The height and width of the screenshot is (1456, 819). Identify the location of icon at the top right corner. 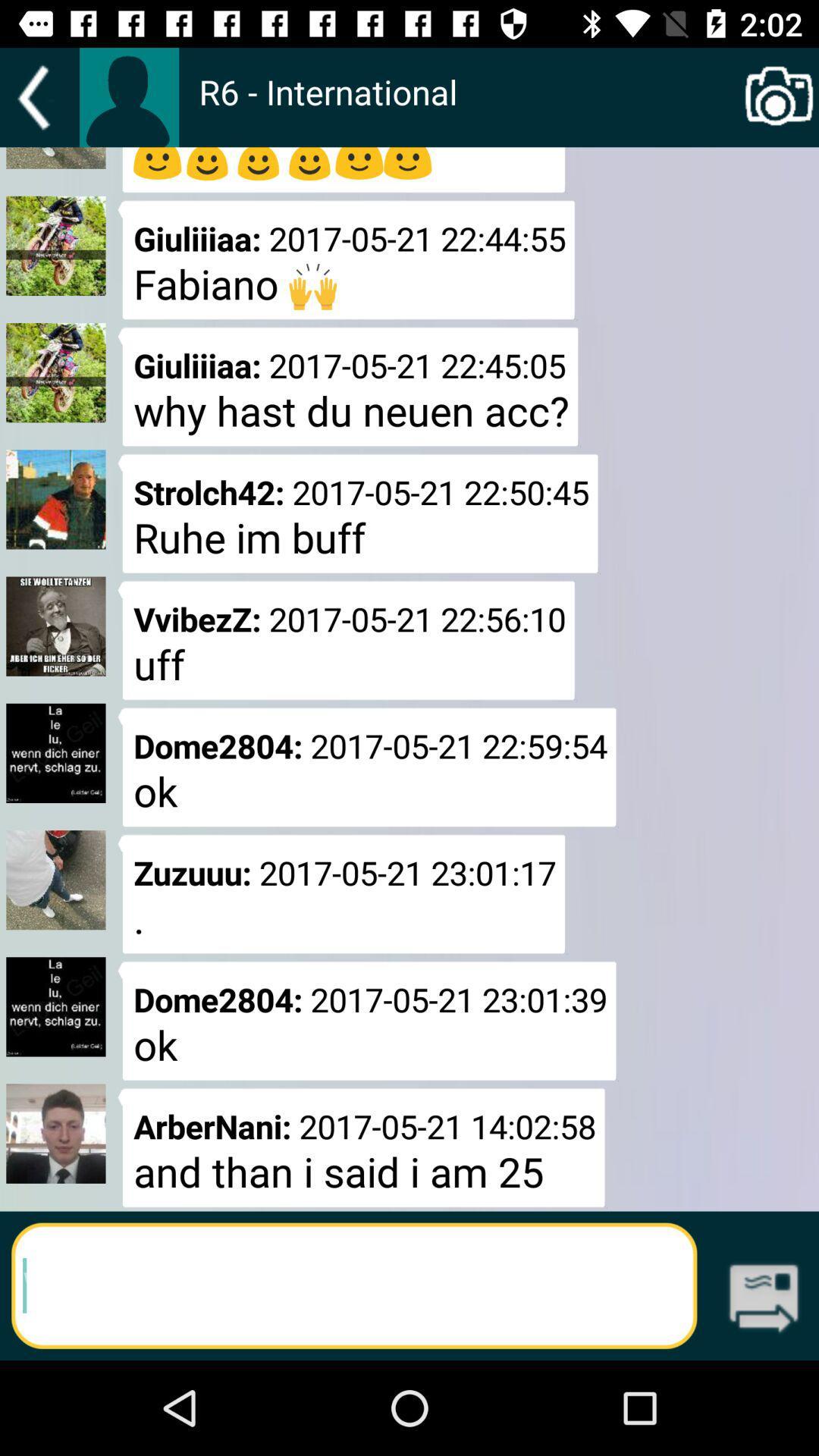
(779, 97).